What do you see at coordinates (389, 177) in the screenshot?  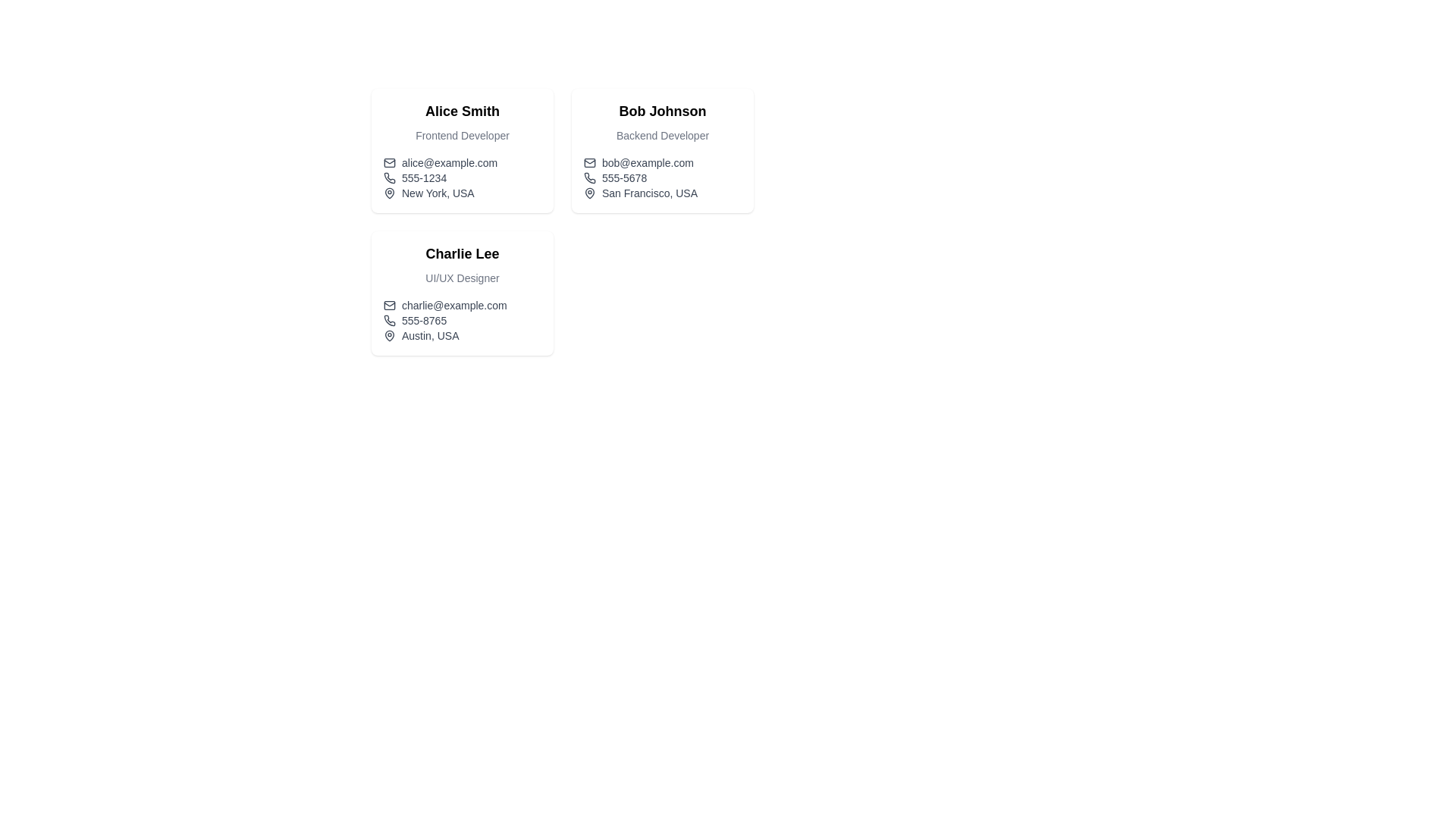 I see `the phone icon, which is an outline design with a curved receiver, located to the left of the '555-1234' text block in the top-left card of Alice Smith's contact details` at bounding box center [389, 177].